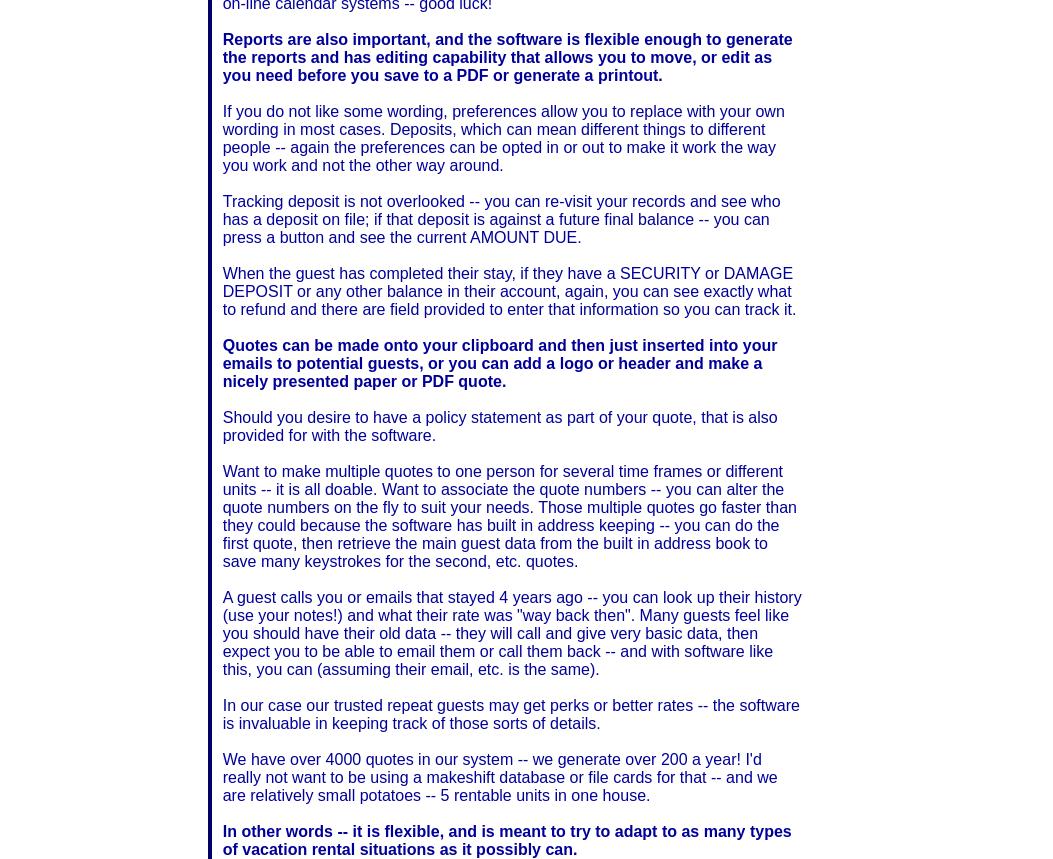  Describe the element at coordinates (509, 515) in the screenshot. I see `'Want to make multiple quotes to one person for several time frames or different units -- it is all doable. Want to associate the quote numbers -- you can alter the quote numbers on the fly to suit your needs. Those multiple quotes go faster than they could because the software has built in address keeping -- you can do the first quote, then retrieve the main guest data from the built in address book to save many keystrokes for the second, etc. quotes.'` at that location.